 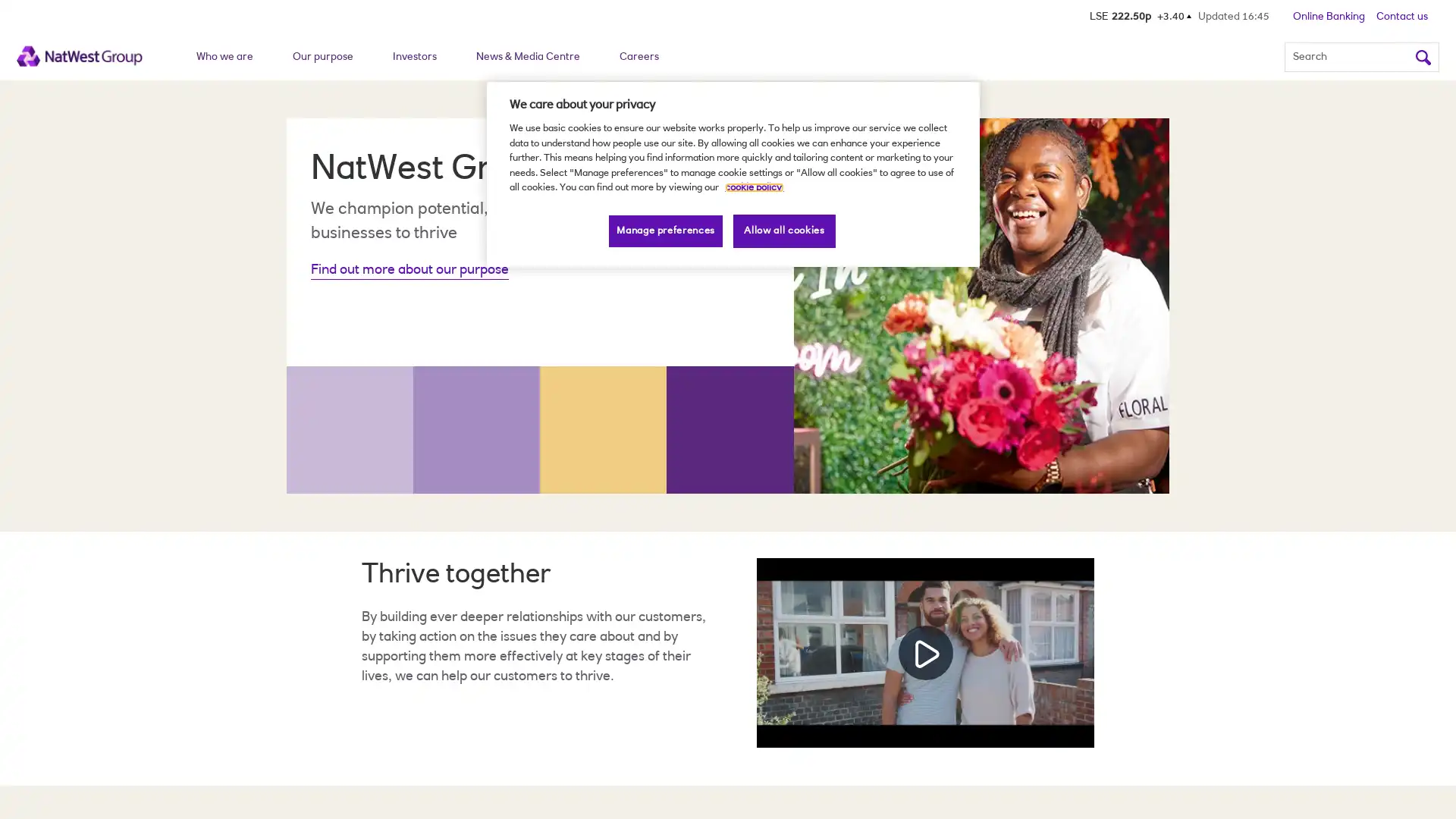 I want to click on Allow all cookies, so click(x=784, y=231).